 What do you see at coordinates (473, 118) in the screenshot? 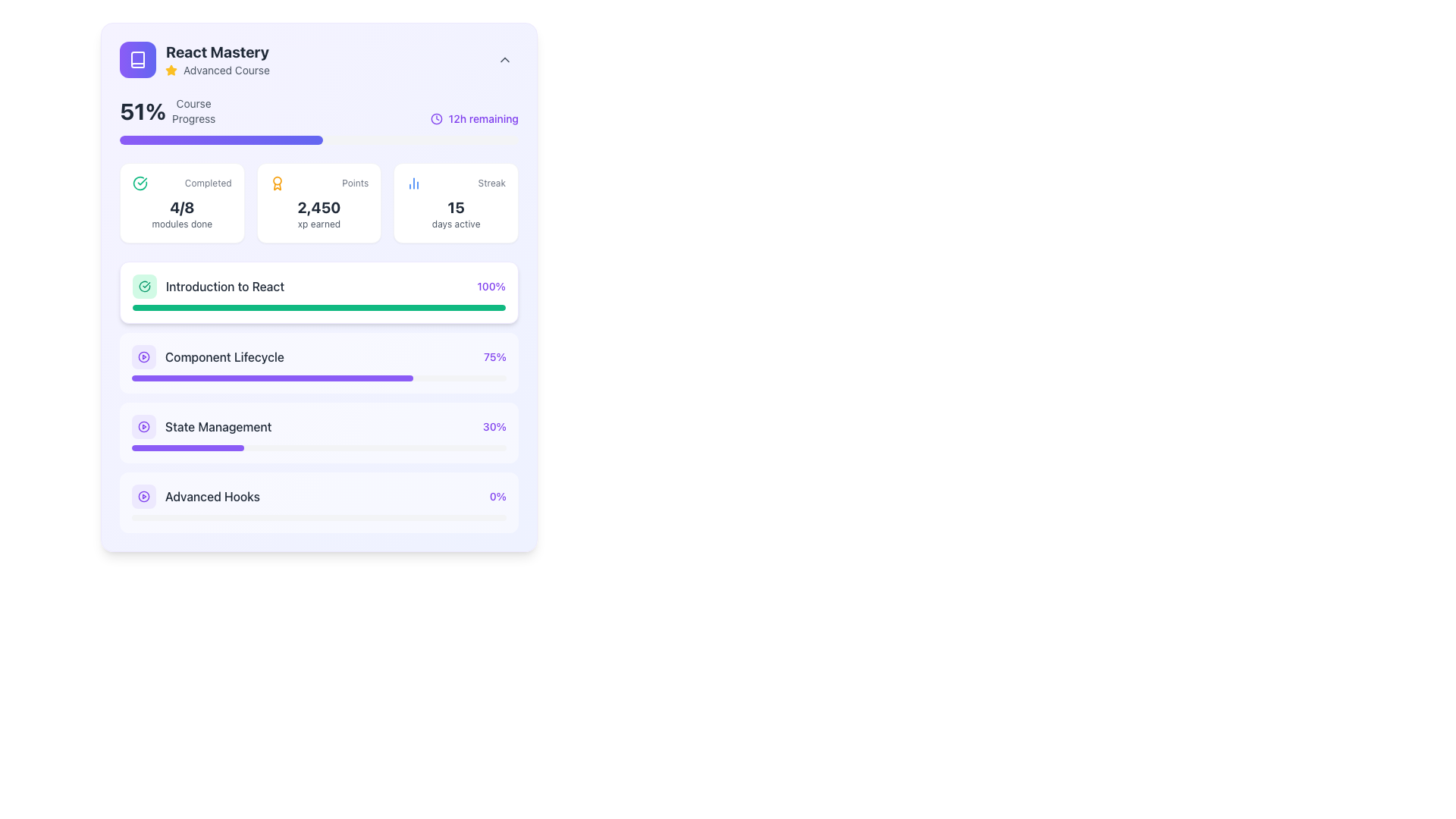
I see `the informational label that displays the remaining time for a task or event, located to the top-right of the course progress component and aligned to the right of the '51%' completion text` at bounding box center [473, 118].